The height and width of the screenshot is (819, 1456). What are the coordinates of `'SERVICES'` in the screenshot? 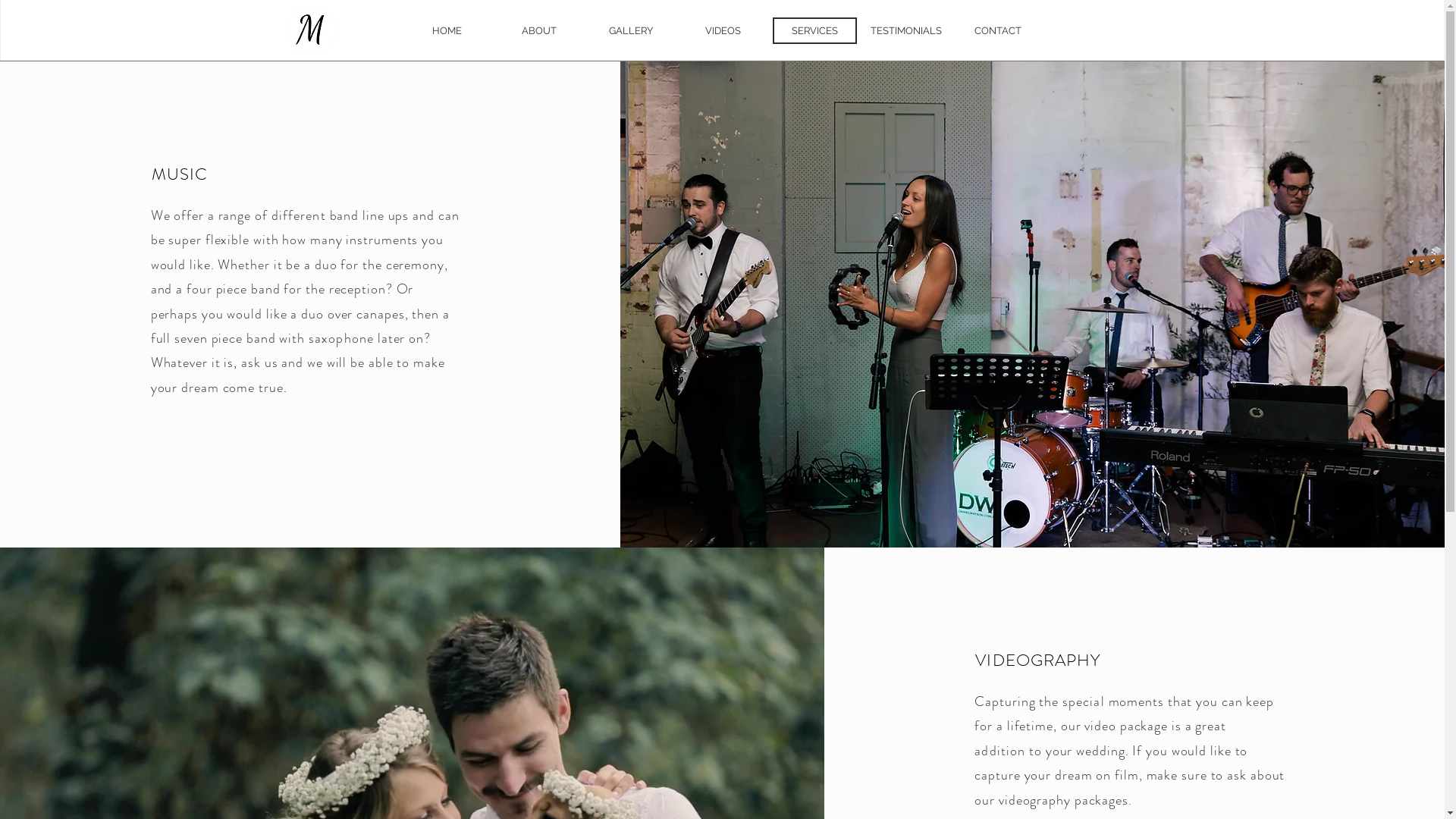 It's located at (813, 30).